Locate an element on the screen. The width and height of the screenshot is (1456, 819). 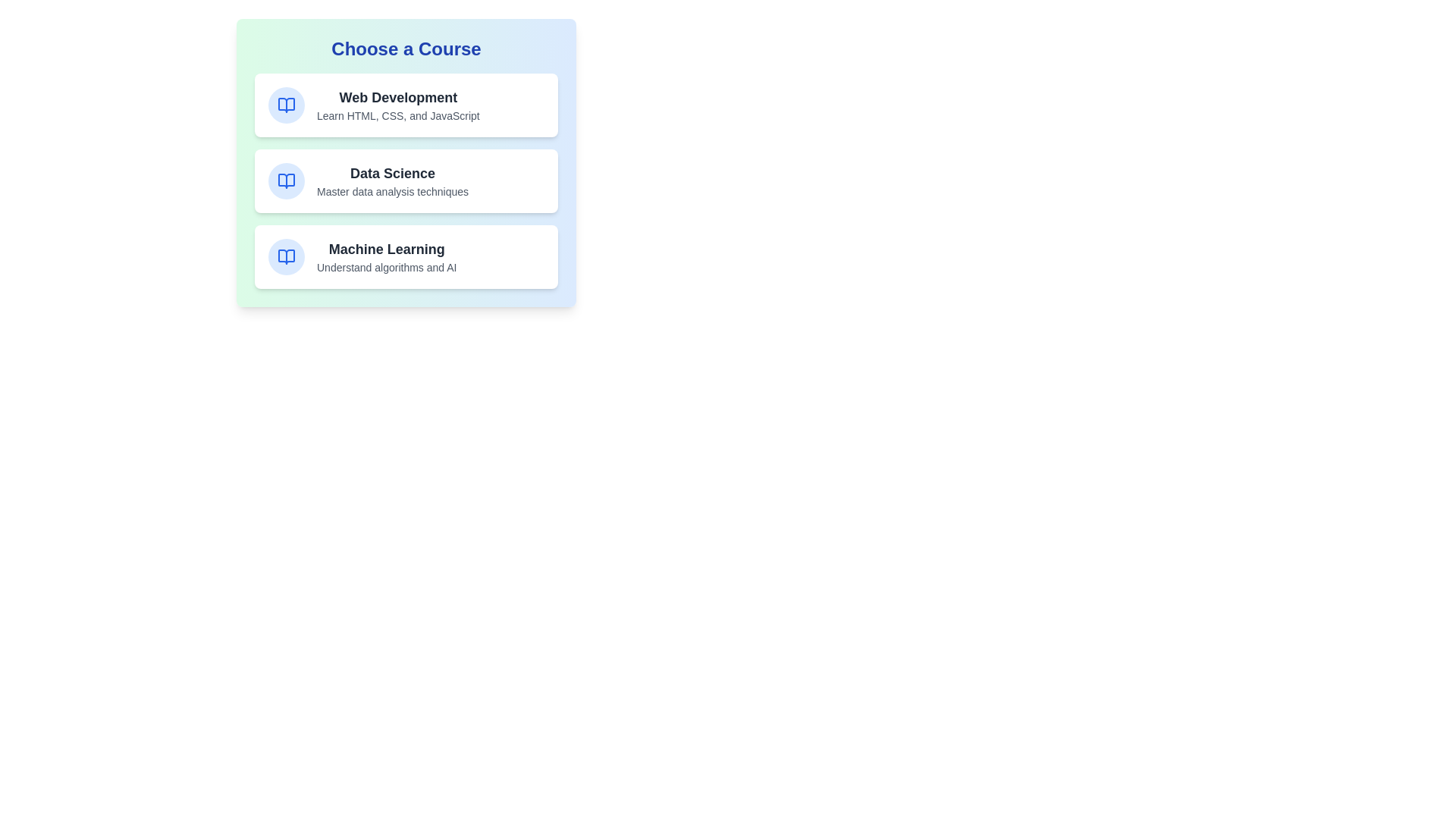
the 'Machine Learning' text label, which is styled in bold, large font and located in the 'Choose a Course' section as the title of the third listed course is located at coordinates (387, 248).